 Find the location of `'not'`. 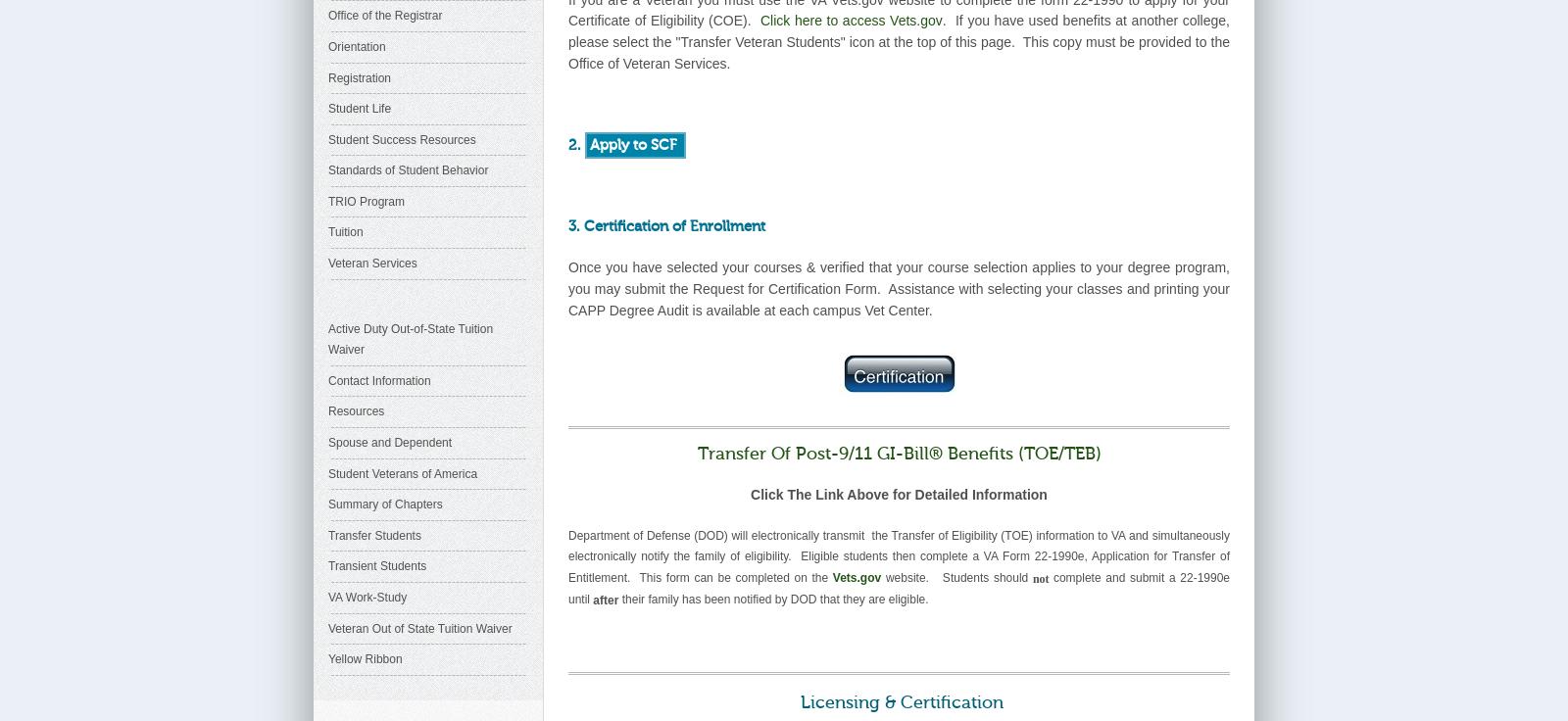

'not' is located at coordinates (1042, 576).